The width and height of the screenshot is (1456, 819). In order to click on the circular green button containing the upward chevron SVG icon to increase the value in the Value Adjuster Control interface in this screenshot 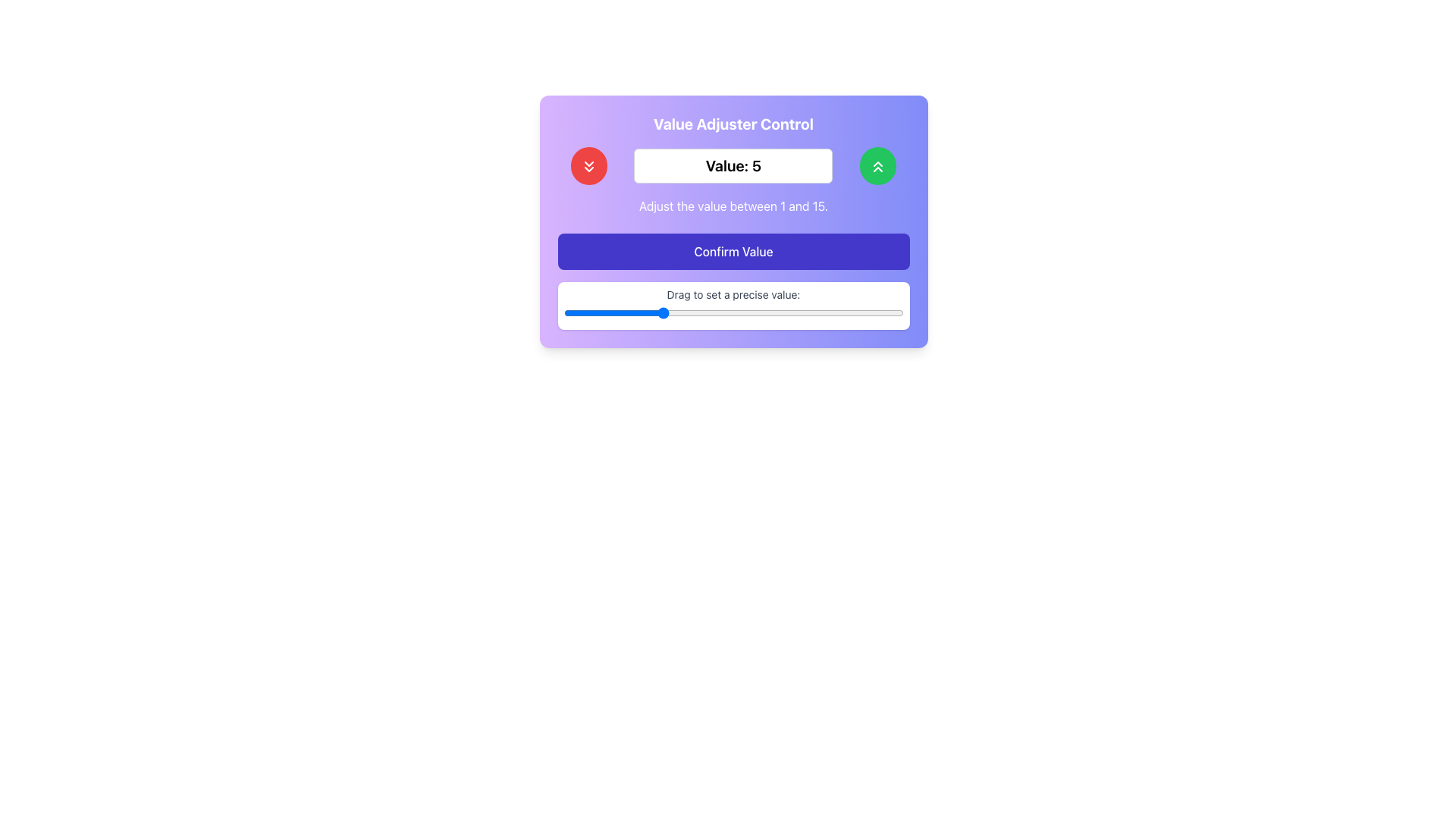, I will do `click(877, 166)`.